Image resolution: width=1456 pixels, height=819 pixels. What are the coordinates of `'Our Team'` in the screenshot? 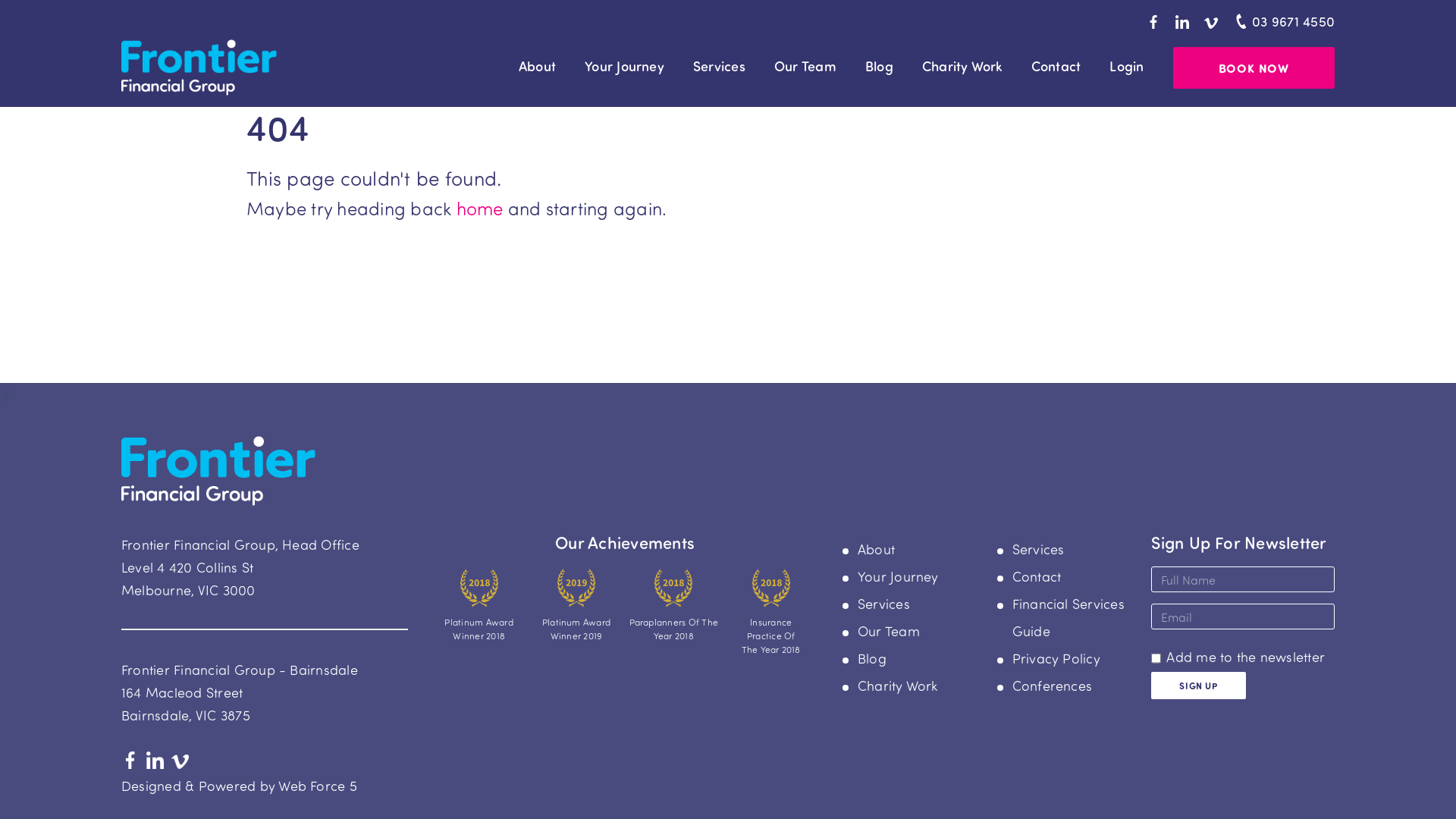 It's located at (804, 65).